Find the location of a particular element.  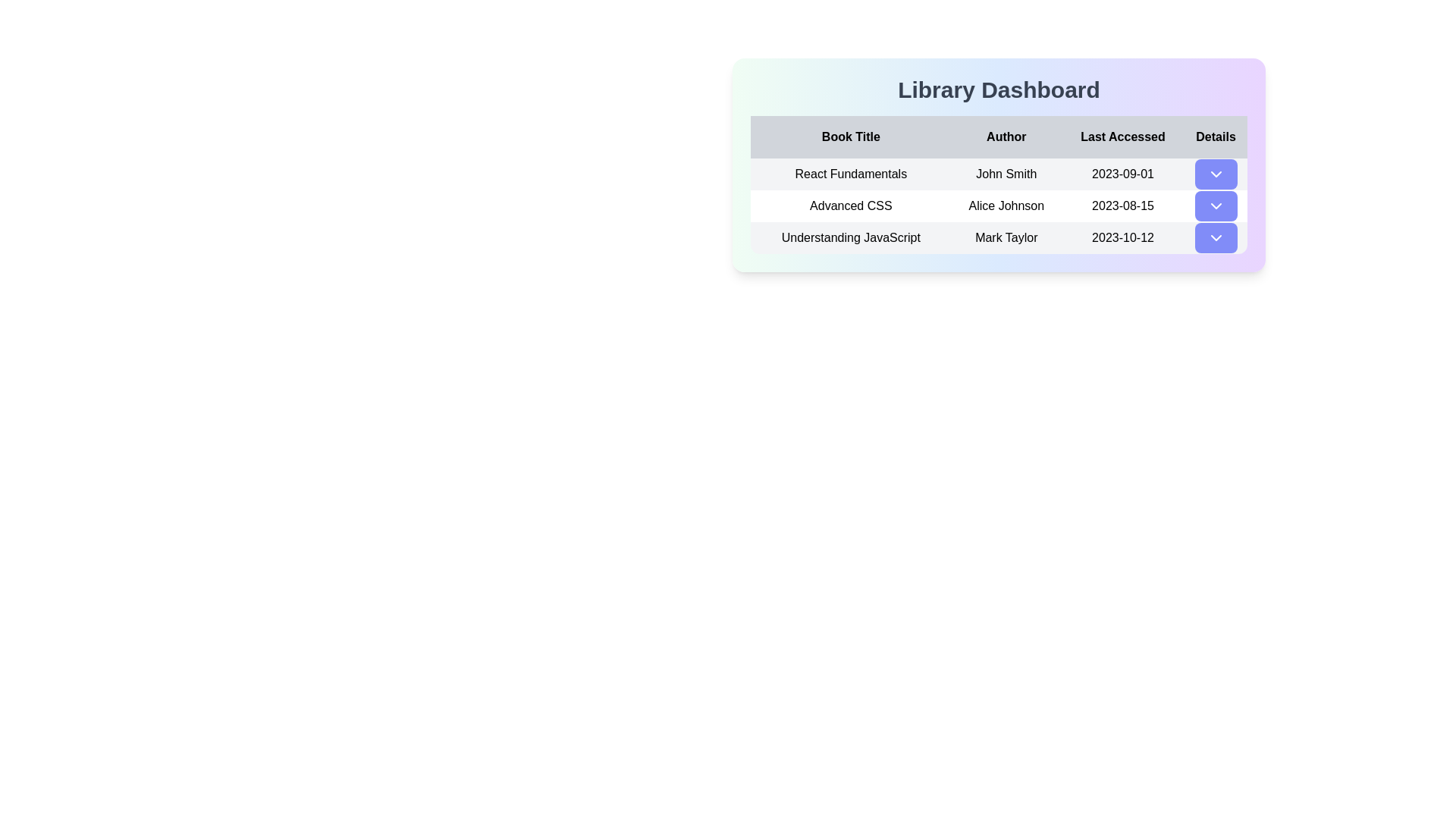

the downward-facing chevron icon within the button in the 'Details' column of the last row for the entry 'Understanding JavaScript' by Mark Taylor is located at coordinates (1216, 237).